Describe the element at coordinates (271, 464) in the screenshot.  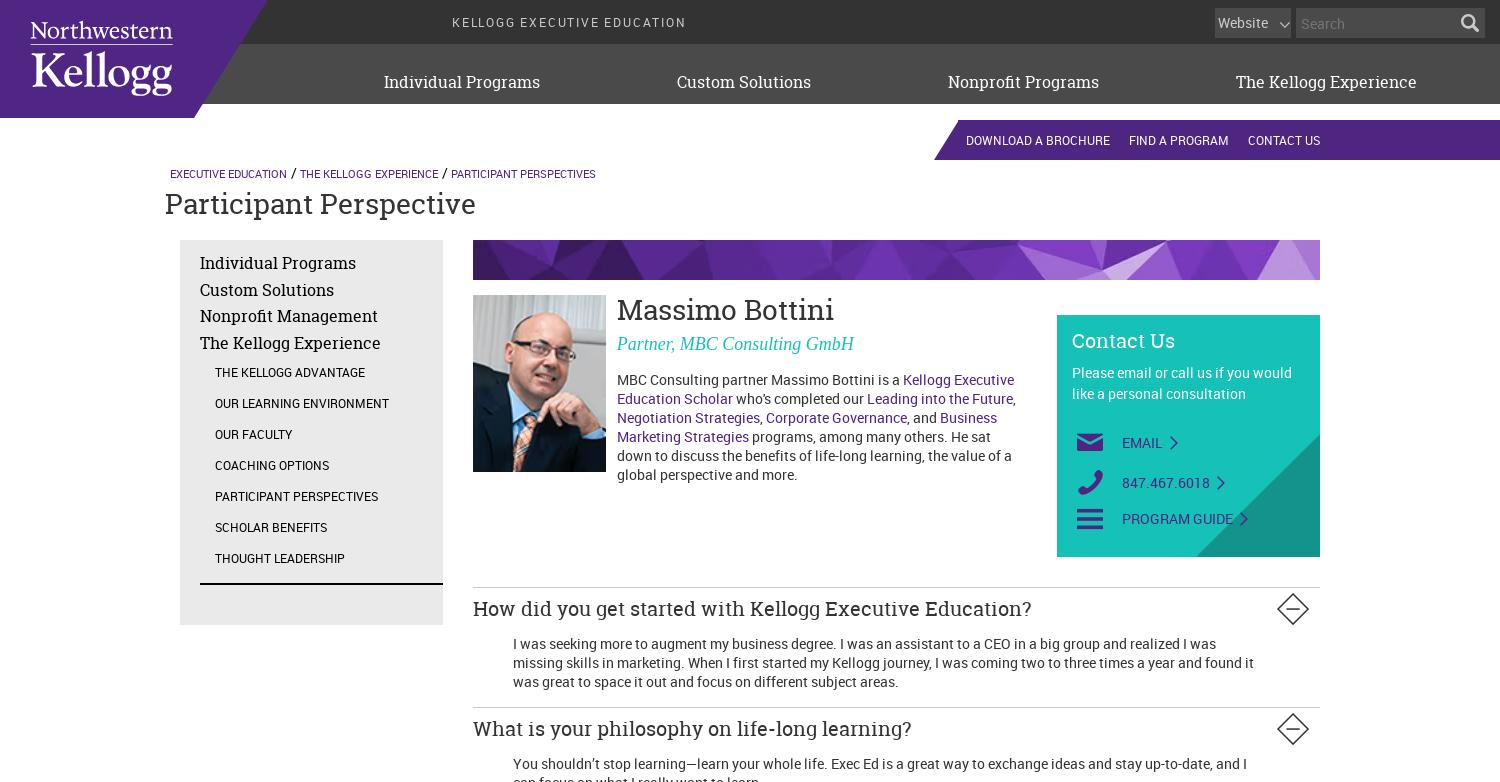
I see `'Coaching Options'` at that location.